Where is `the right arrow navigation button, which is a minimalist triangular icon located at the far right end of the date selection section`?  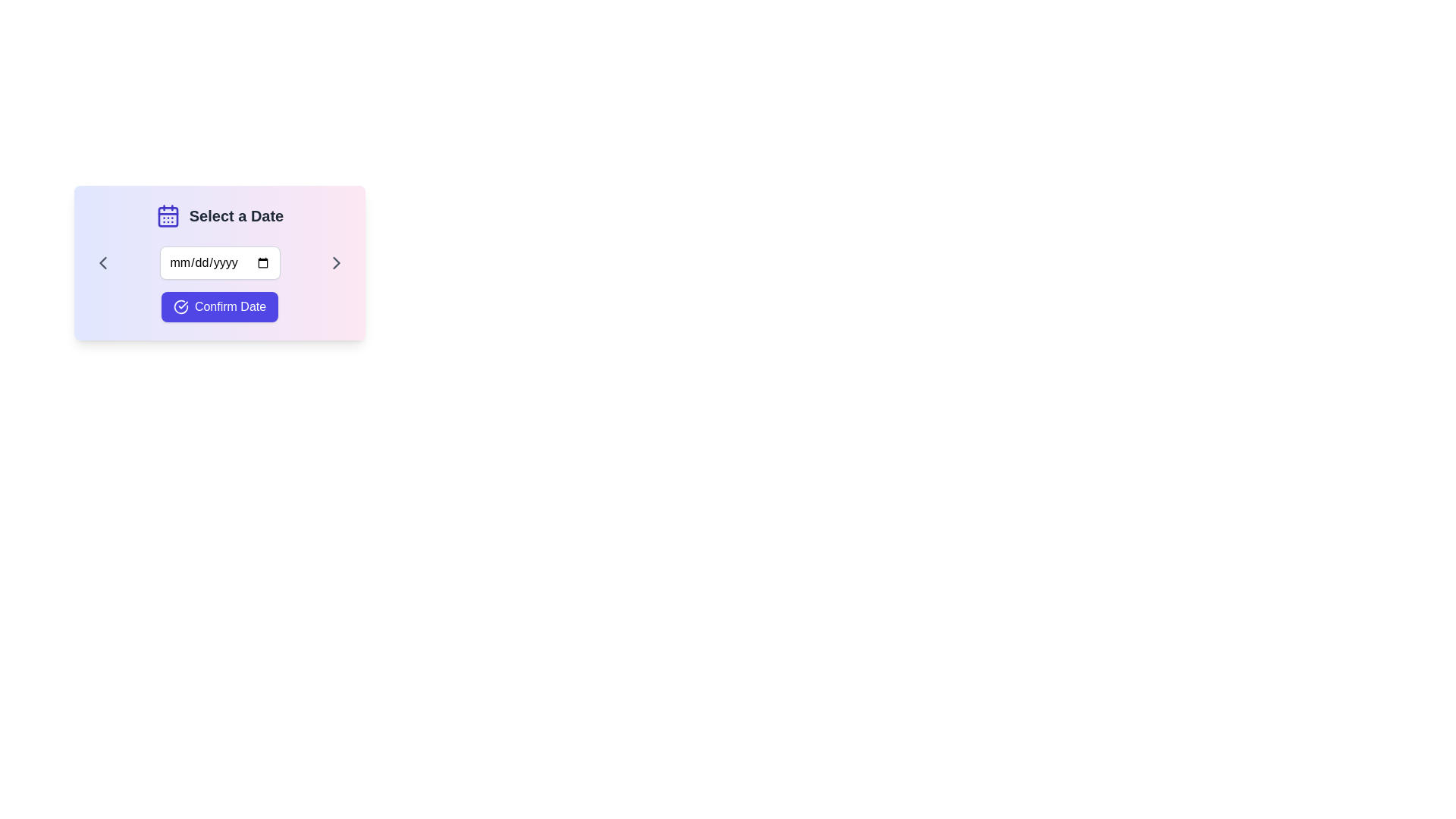 the right arrow navigation button, which is a minimalist triangular icon located at the far right end of the date selection section is located at coordinates (336, 262).